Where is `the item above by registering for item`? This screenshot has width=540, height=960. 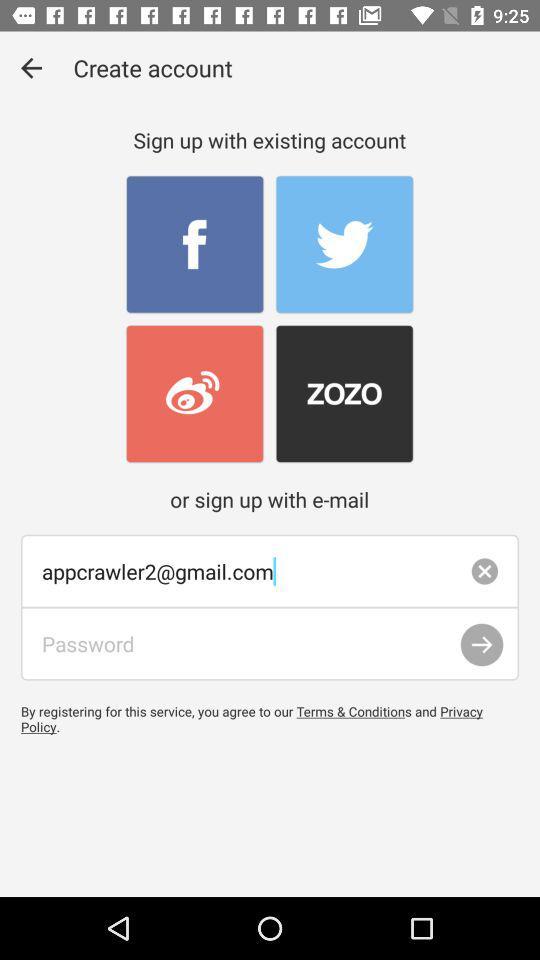 the item above by registering for item is located at coordinates (481, 644).